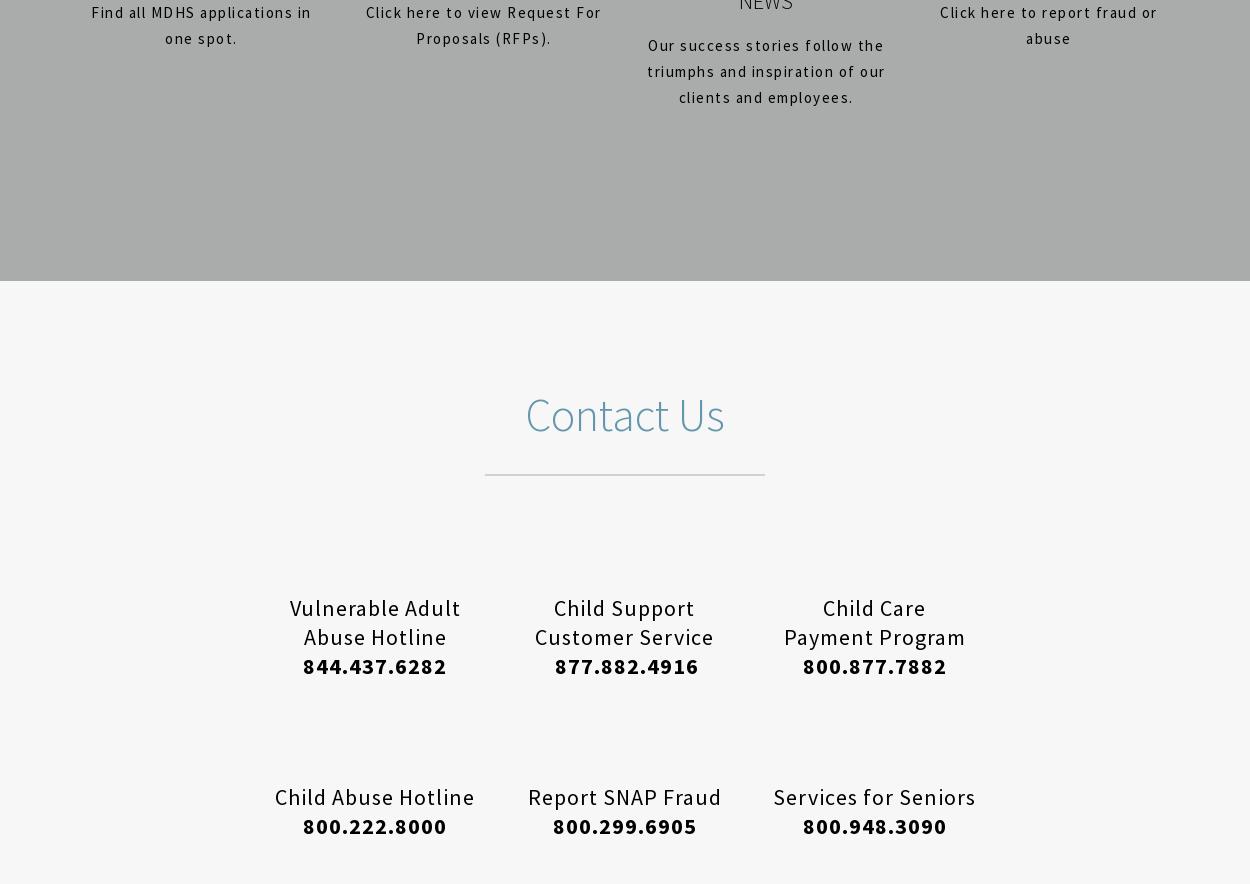 This screenshot has width=1250, height=884. I want to click on 'Click here to view Request For Proposals (RFPs).', so click(482, 25).